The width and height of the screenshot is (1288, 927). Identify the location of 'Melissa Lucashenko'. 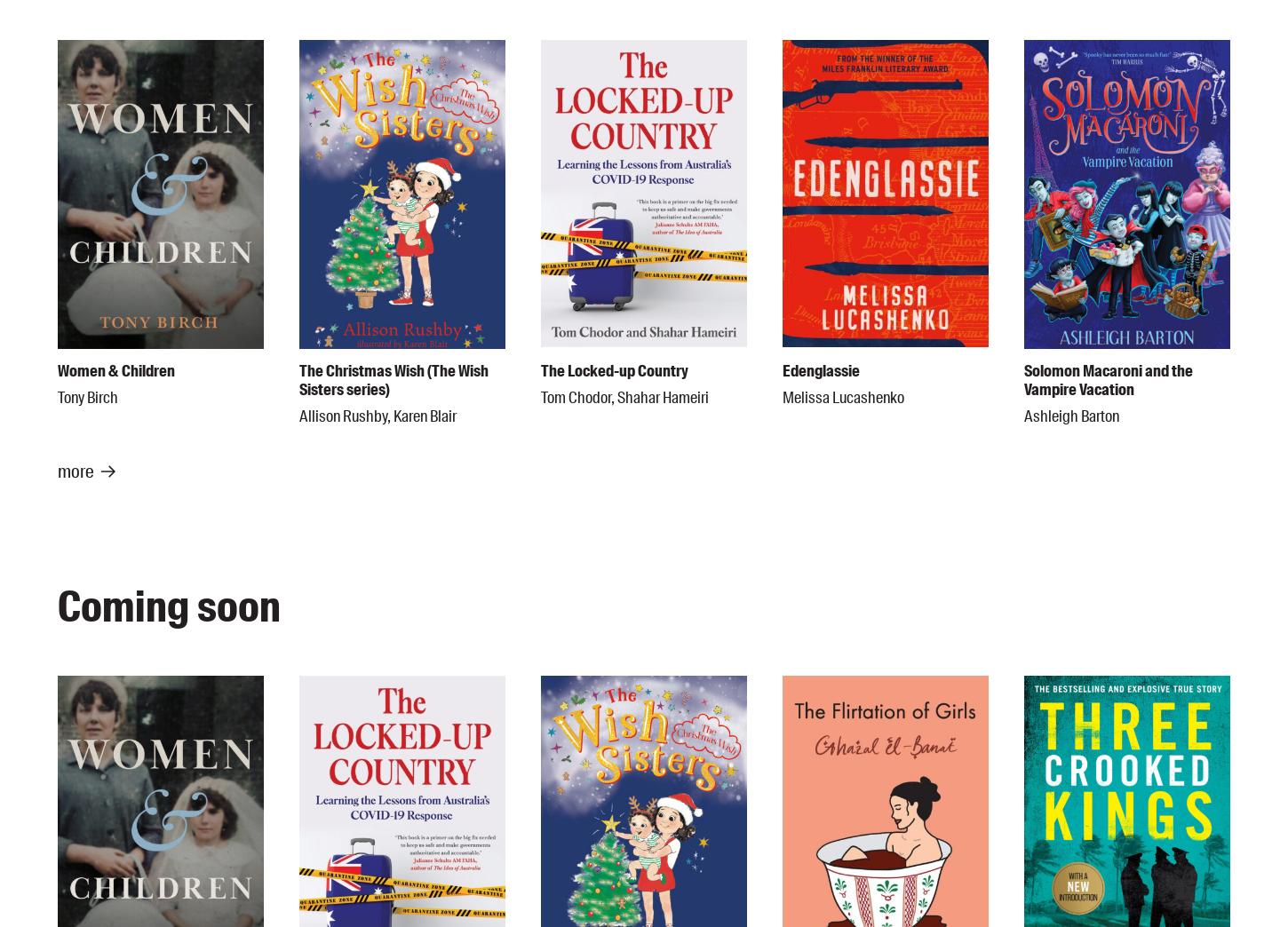
(842, 396).